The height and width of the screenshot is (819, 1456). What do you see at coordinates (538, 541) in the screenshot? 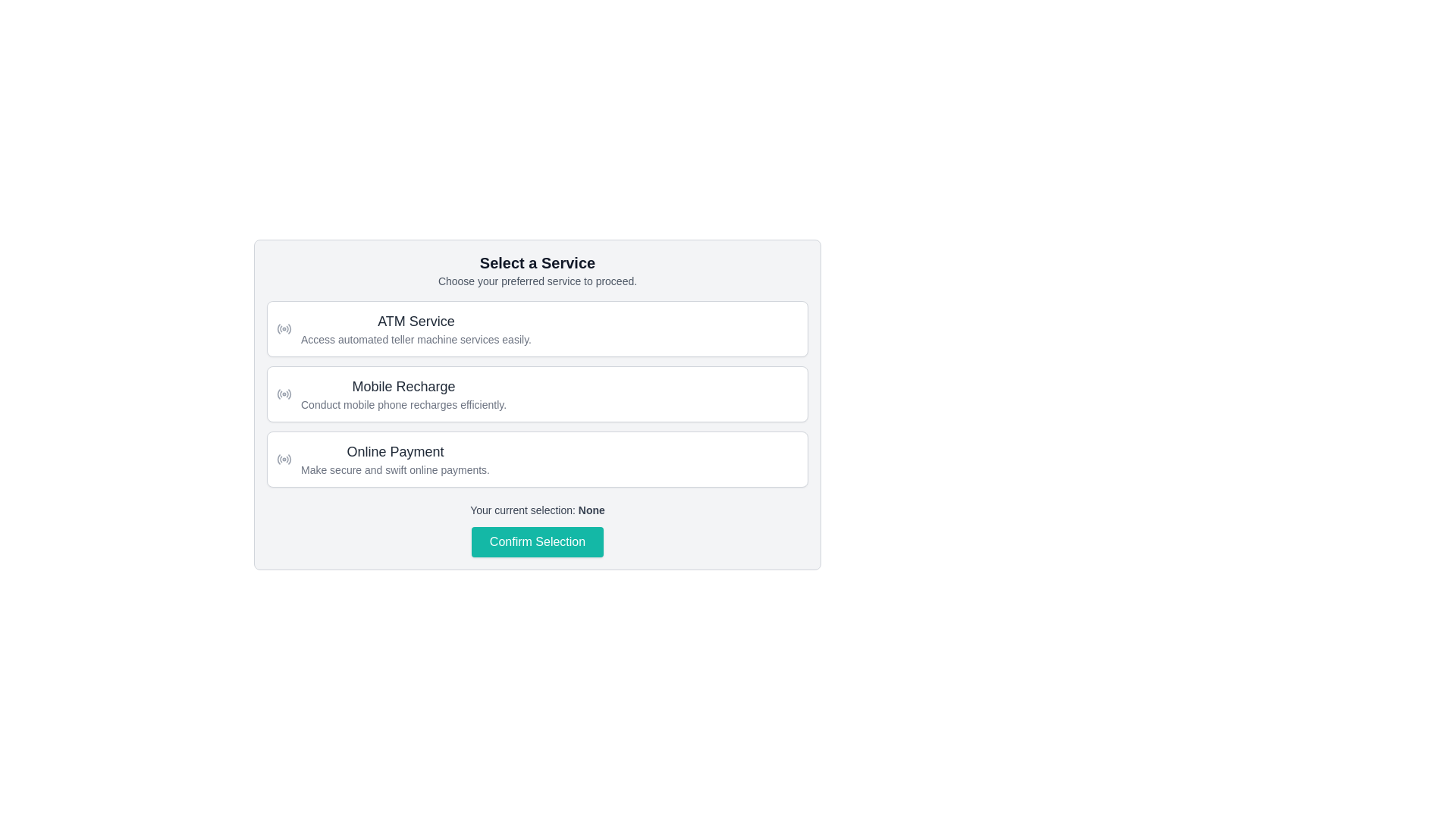
I see `the teal button labeled 'Confirm Selection'` at bounding box center [538, 541].